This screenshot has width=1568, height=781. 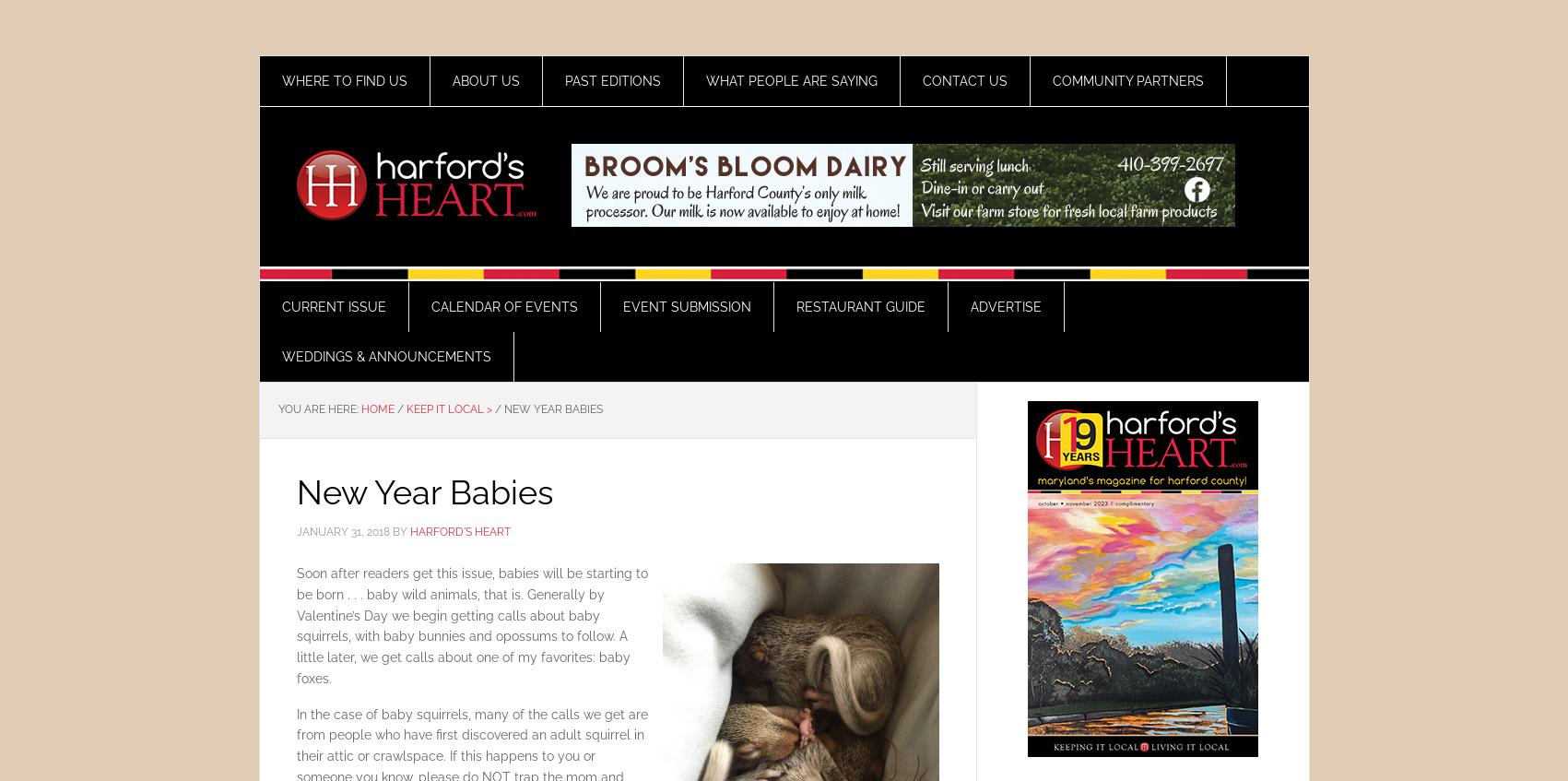 I want to click on 'Past Editions', so click(x=611, y=81).